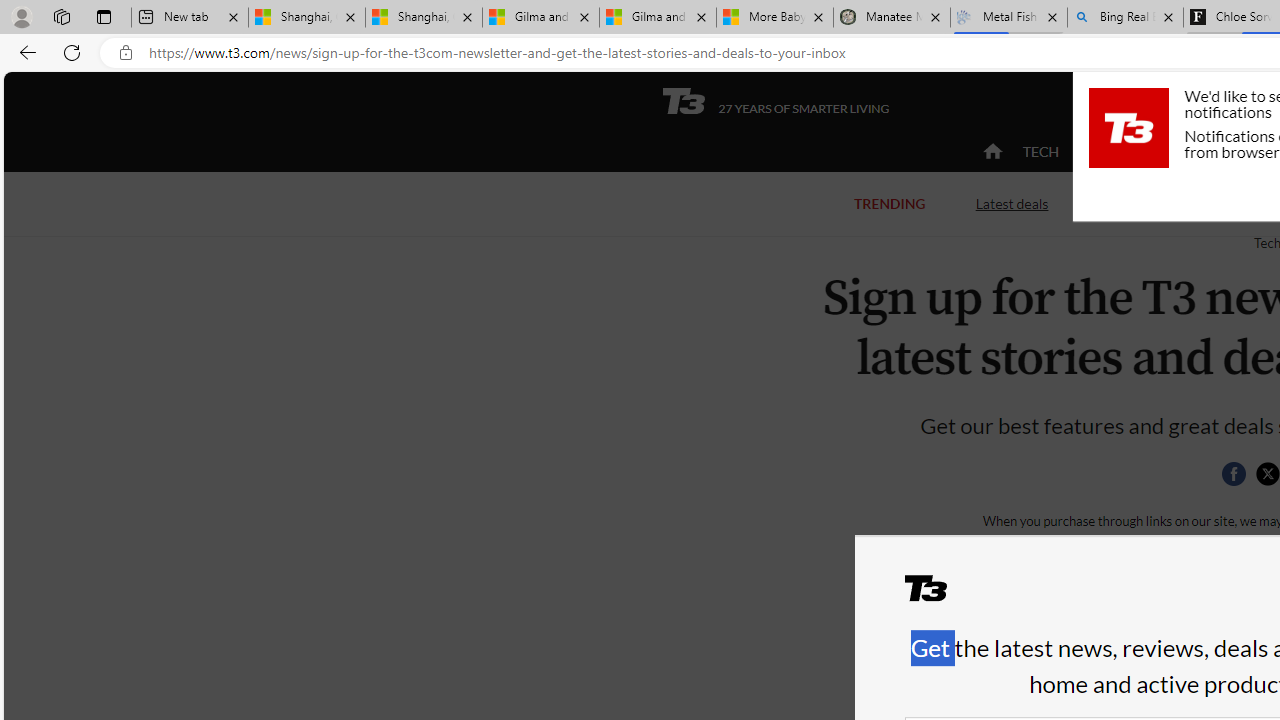 Image resolution: width=1280 pixels, height=720 pixels. I want to click on 'TECH', so click(1040, 150).